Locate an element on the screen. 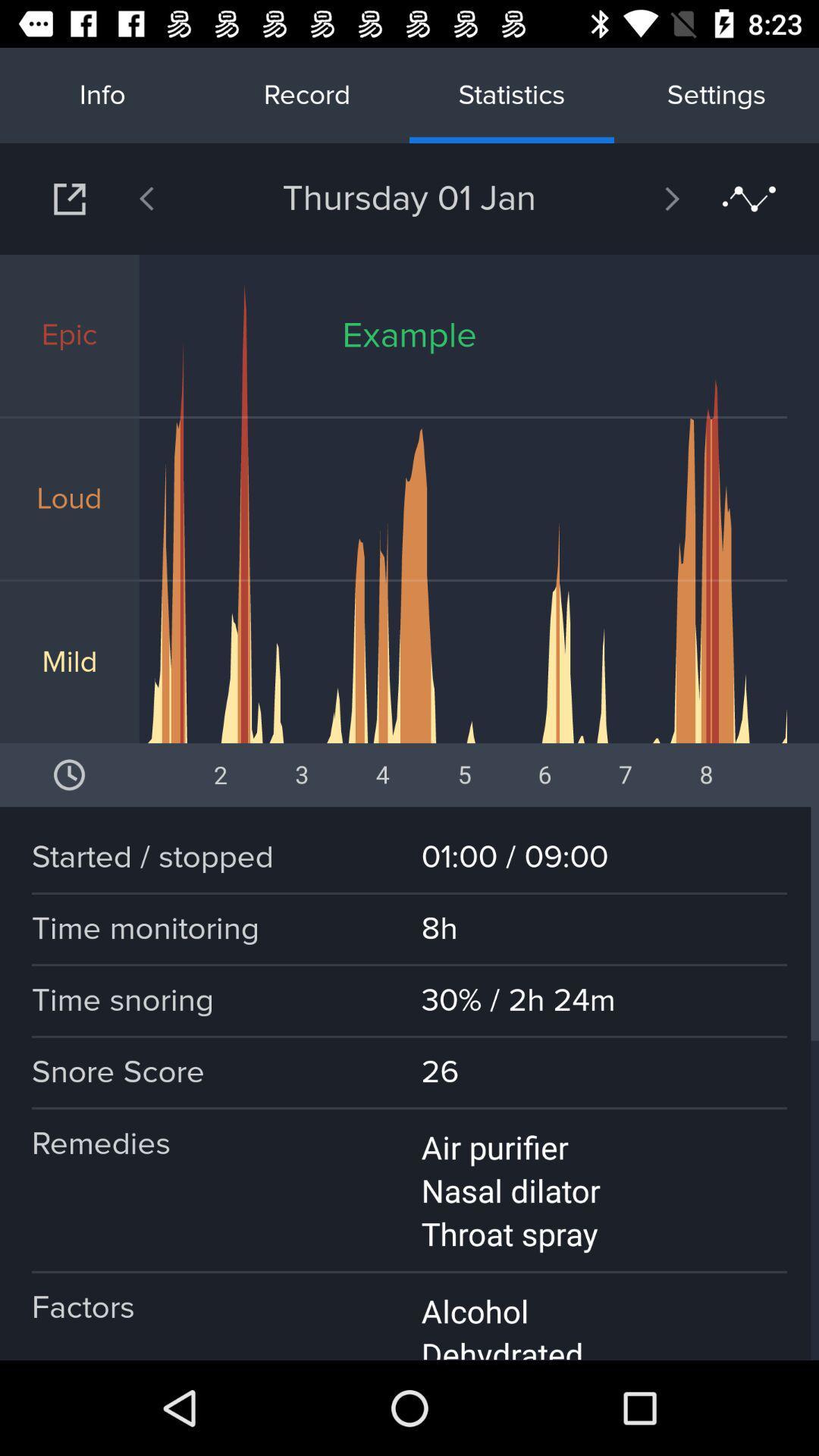 The image size is (819, 1456). previous date is located at coordinates (185, 198).